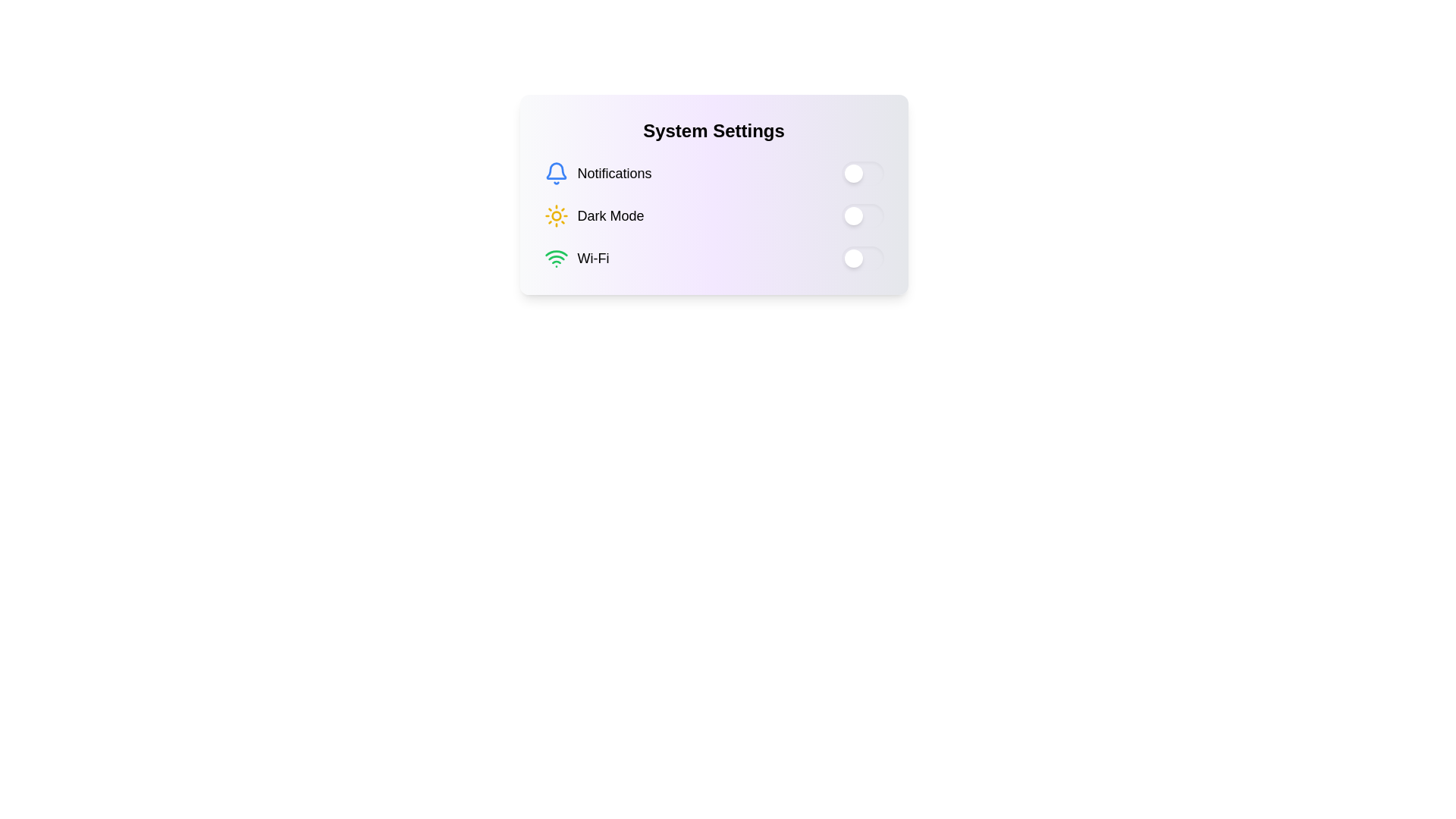 Image resolution: width=1456 pixels, height=819 pixels. Describe the element at coordinates (853, 216) in the screenshot. I see `the circular, white toggle switch handle located within the second toggle switch of the vertically aligned group of settings controls` at that location.